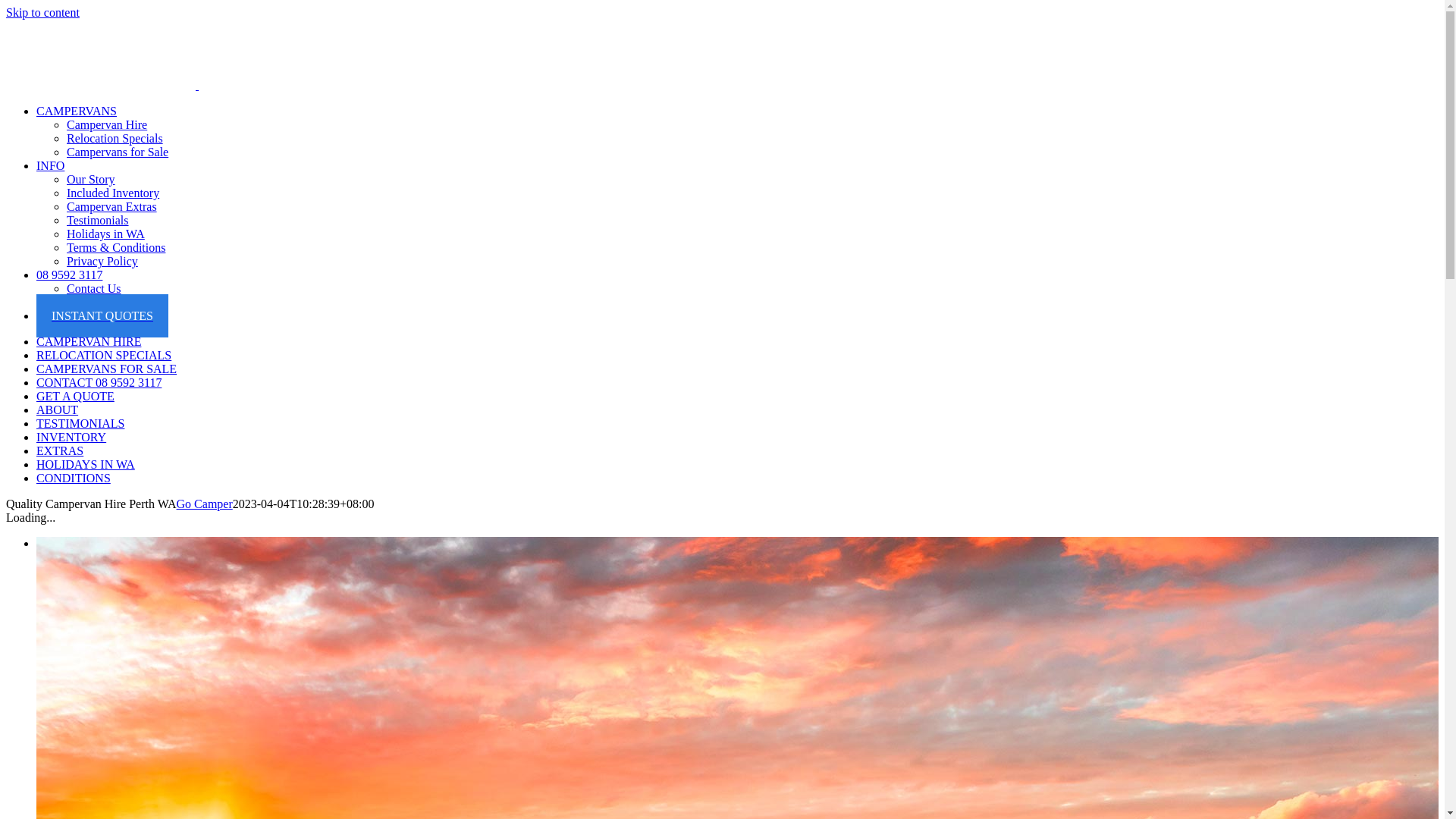 The image size is (1456, 819). What do you see at coordinates (36, 409) in the screenshot?
I see `'ABOUT'` at bounding box center [36, 409].